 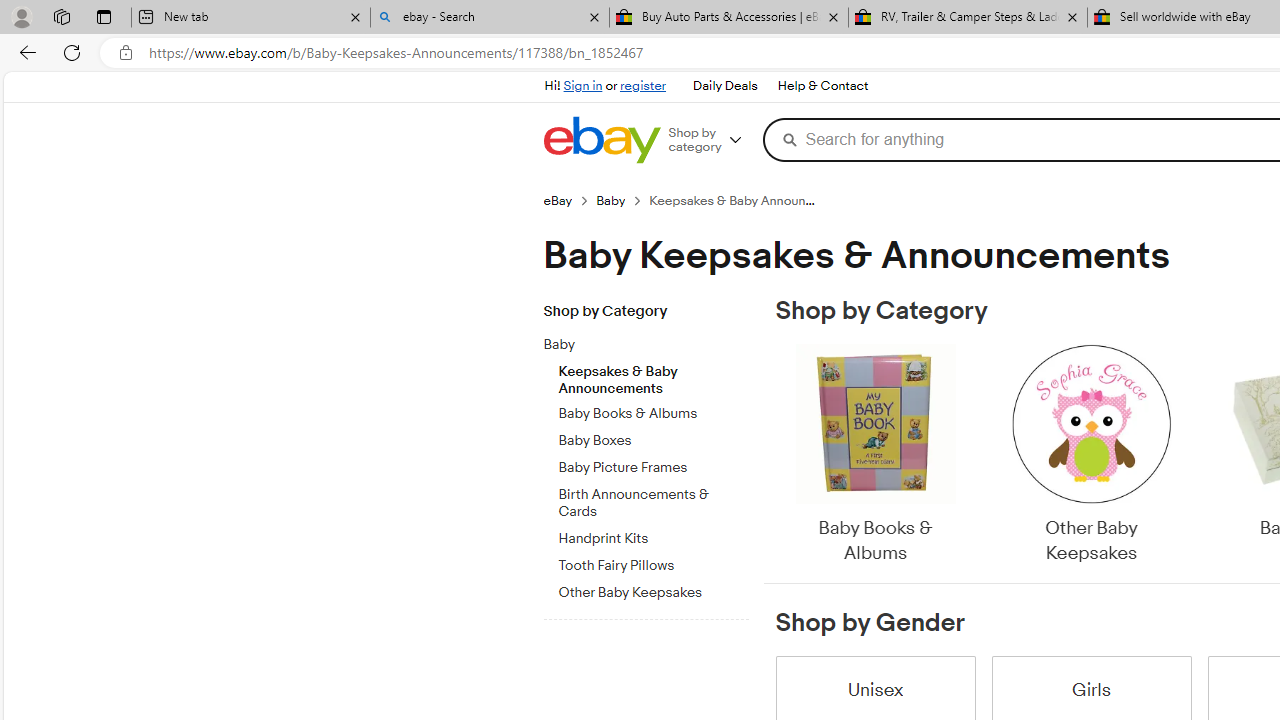 I want to click on 'Baby Boxes', so click(x=653, y=440).